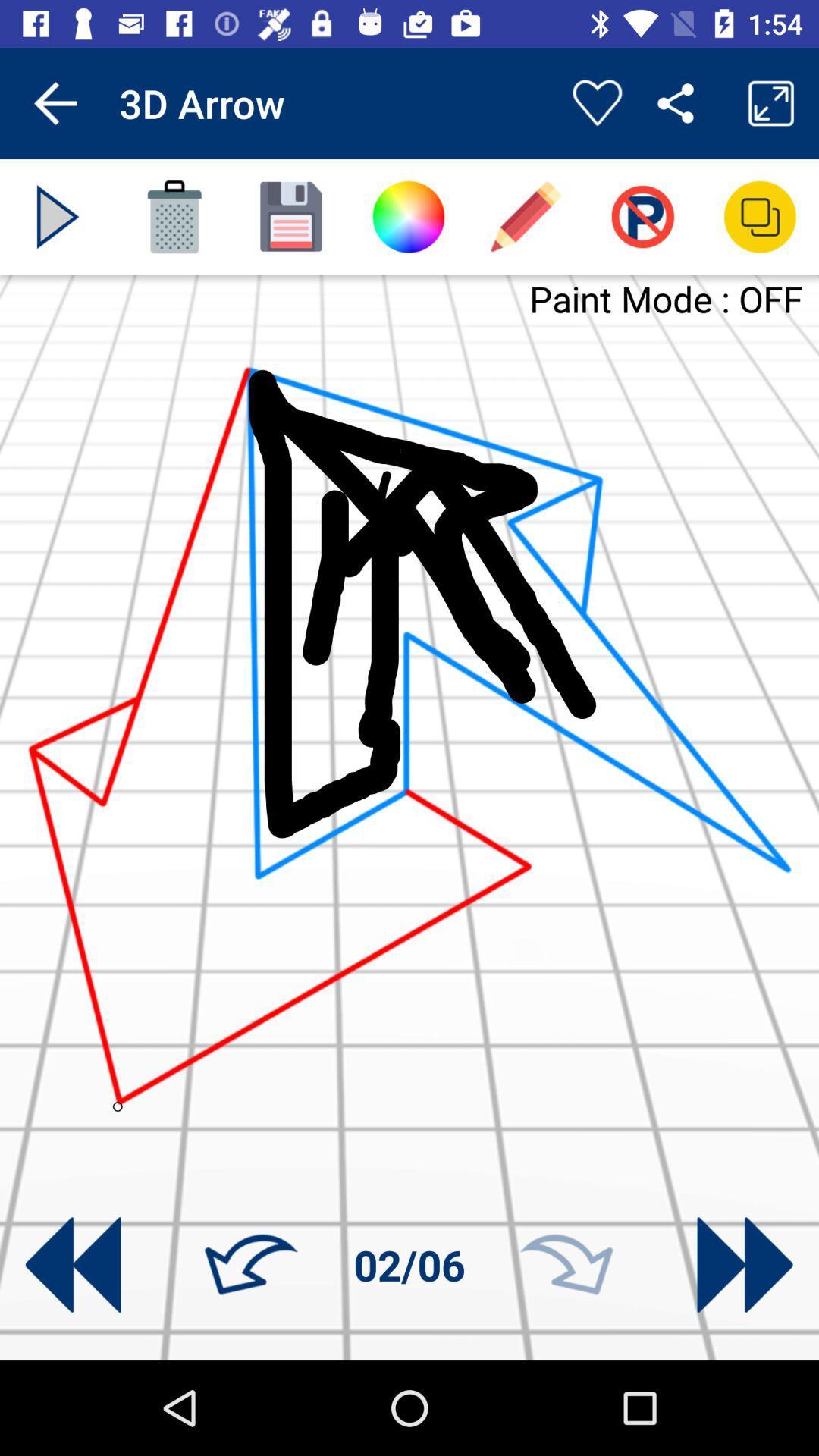 This screenshot has height=1456, width=819. I want to click on go next, so click(744, 1265).